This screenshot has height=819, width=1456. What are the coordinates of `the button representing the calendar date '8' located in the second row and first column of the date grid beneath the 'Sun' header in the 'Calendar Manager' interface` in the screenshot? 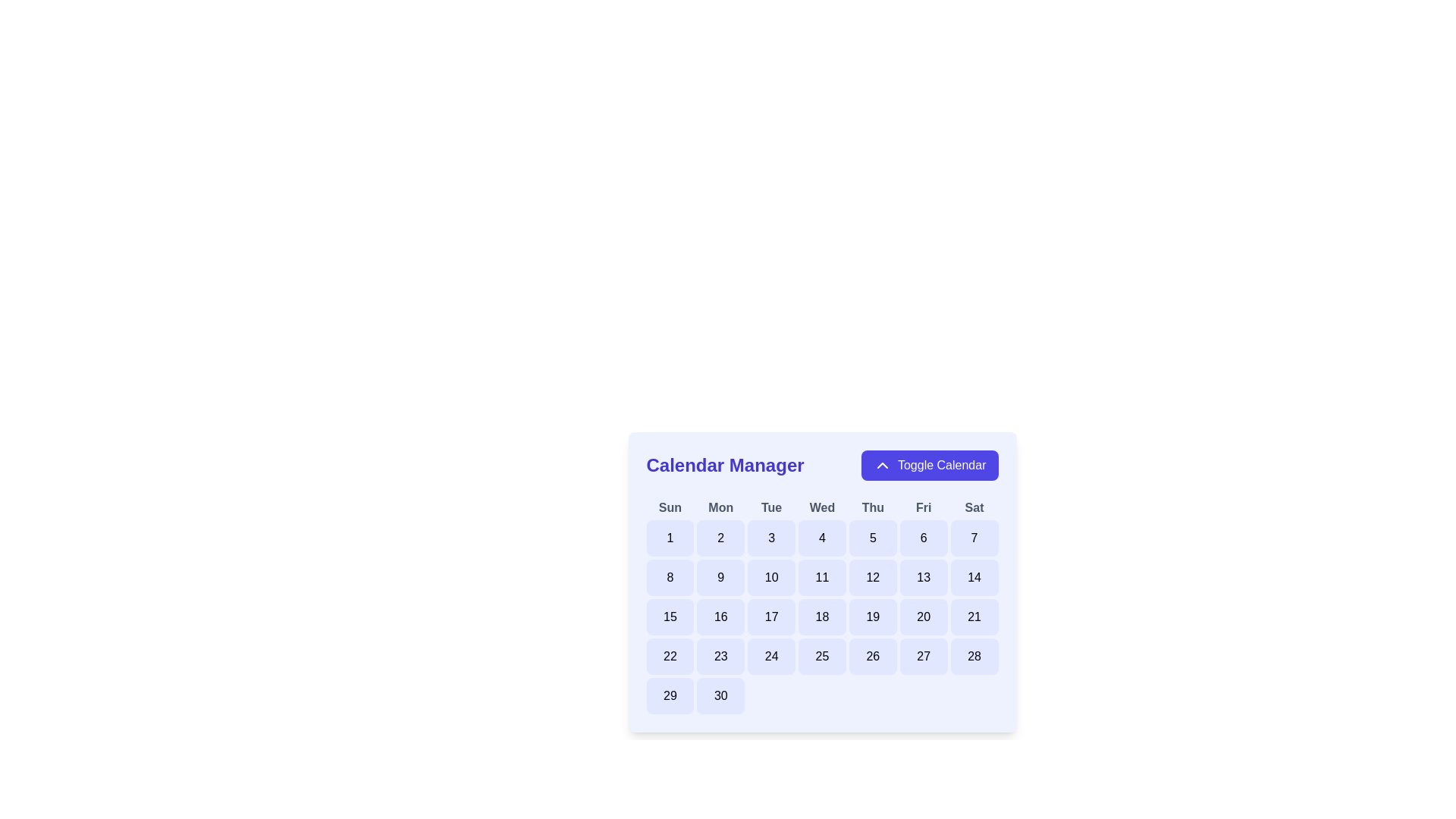 It's located at (669, 578).